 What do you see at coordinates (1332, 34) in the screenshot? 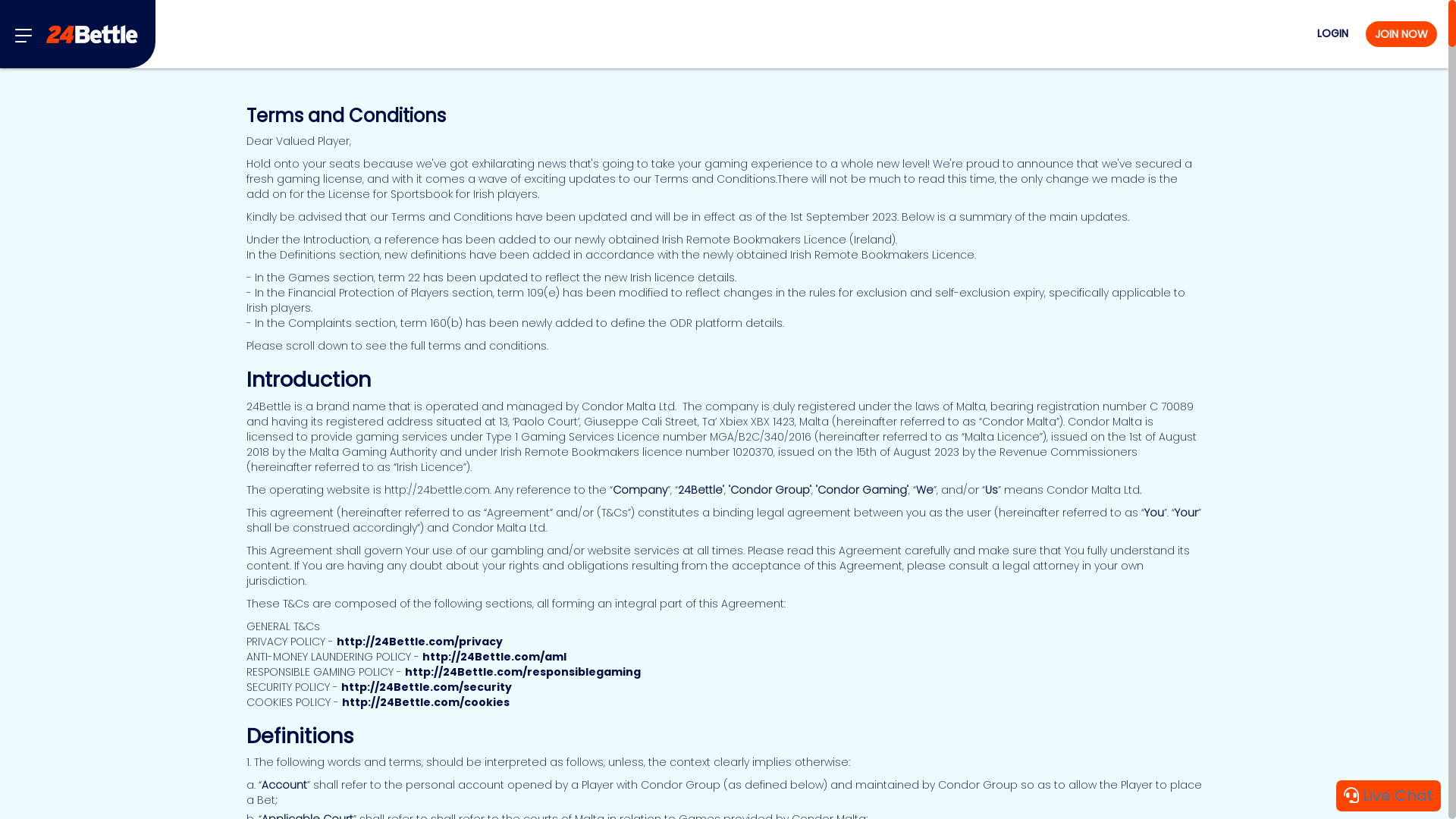
I see `'LOGIN'` at bounding box center [1332, 34].